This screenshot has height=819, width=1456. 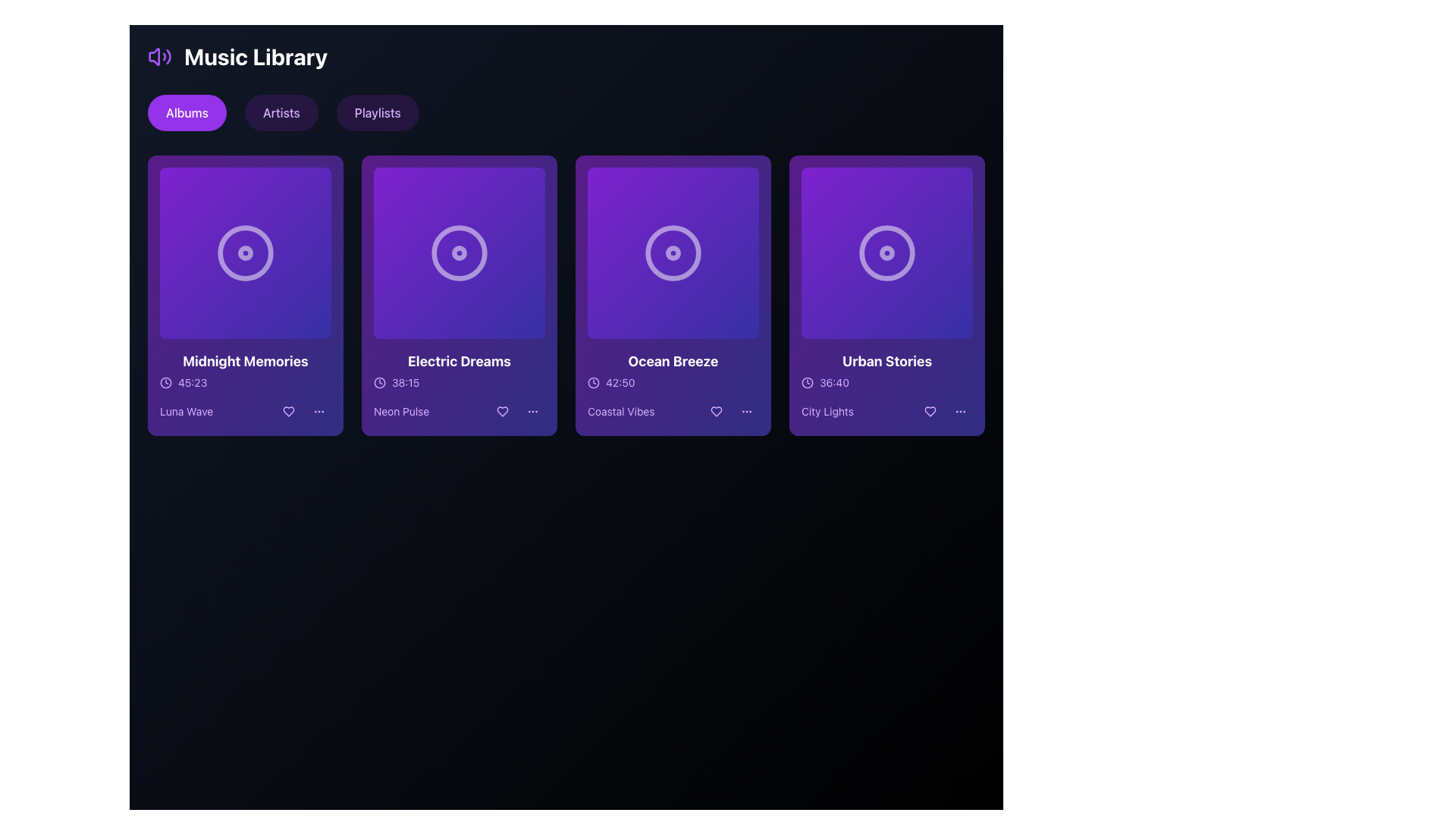 I want to click on the text label displaying 'Ocean Breeze', which is prominently located within the third card of the Music Library interface, so click(x=673, y=362).